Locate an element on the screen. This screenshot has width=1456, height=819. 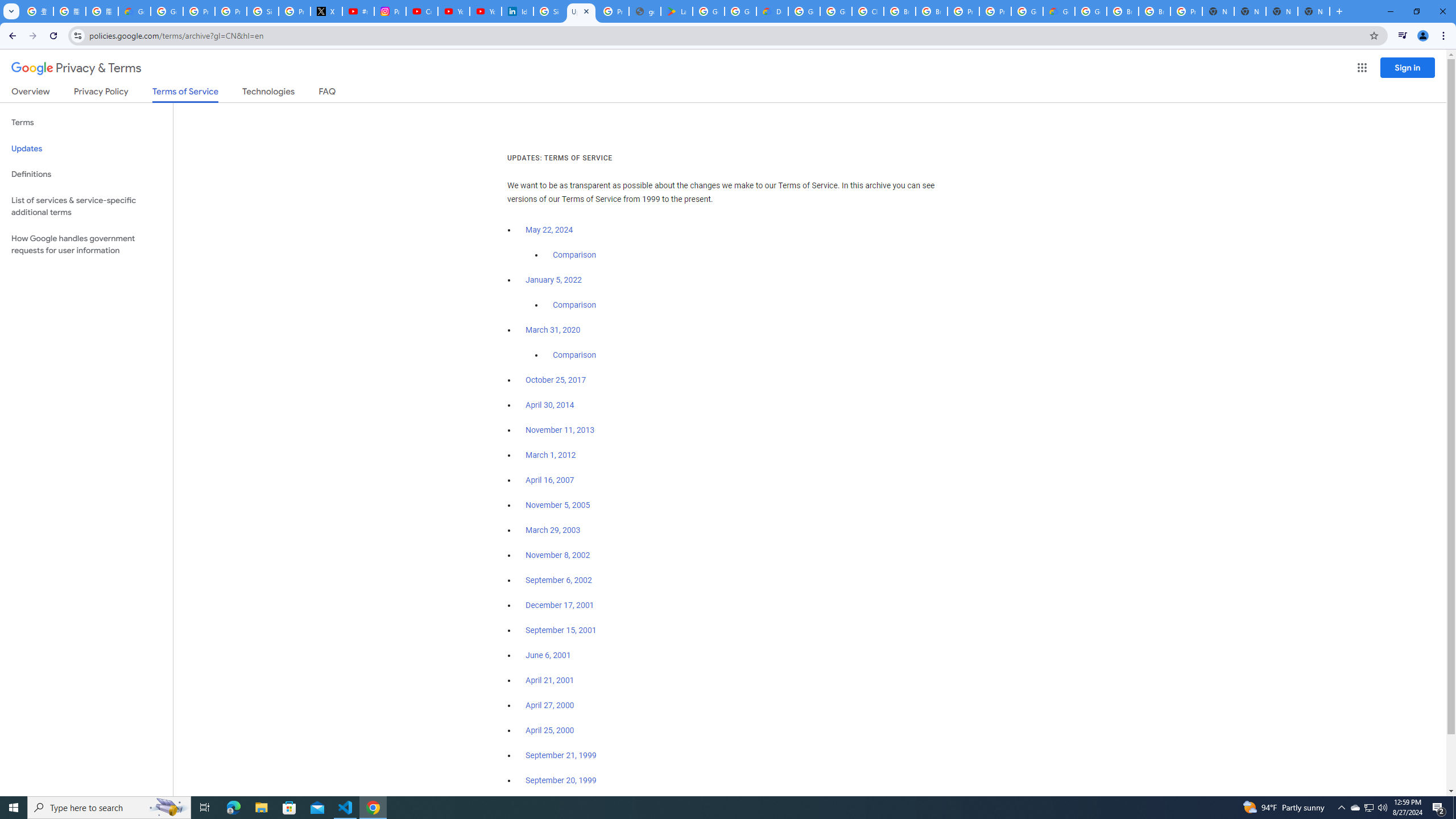
'November 8, 2002' is located at coordinates (557, 555).